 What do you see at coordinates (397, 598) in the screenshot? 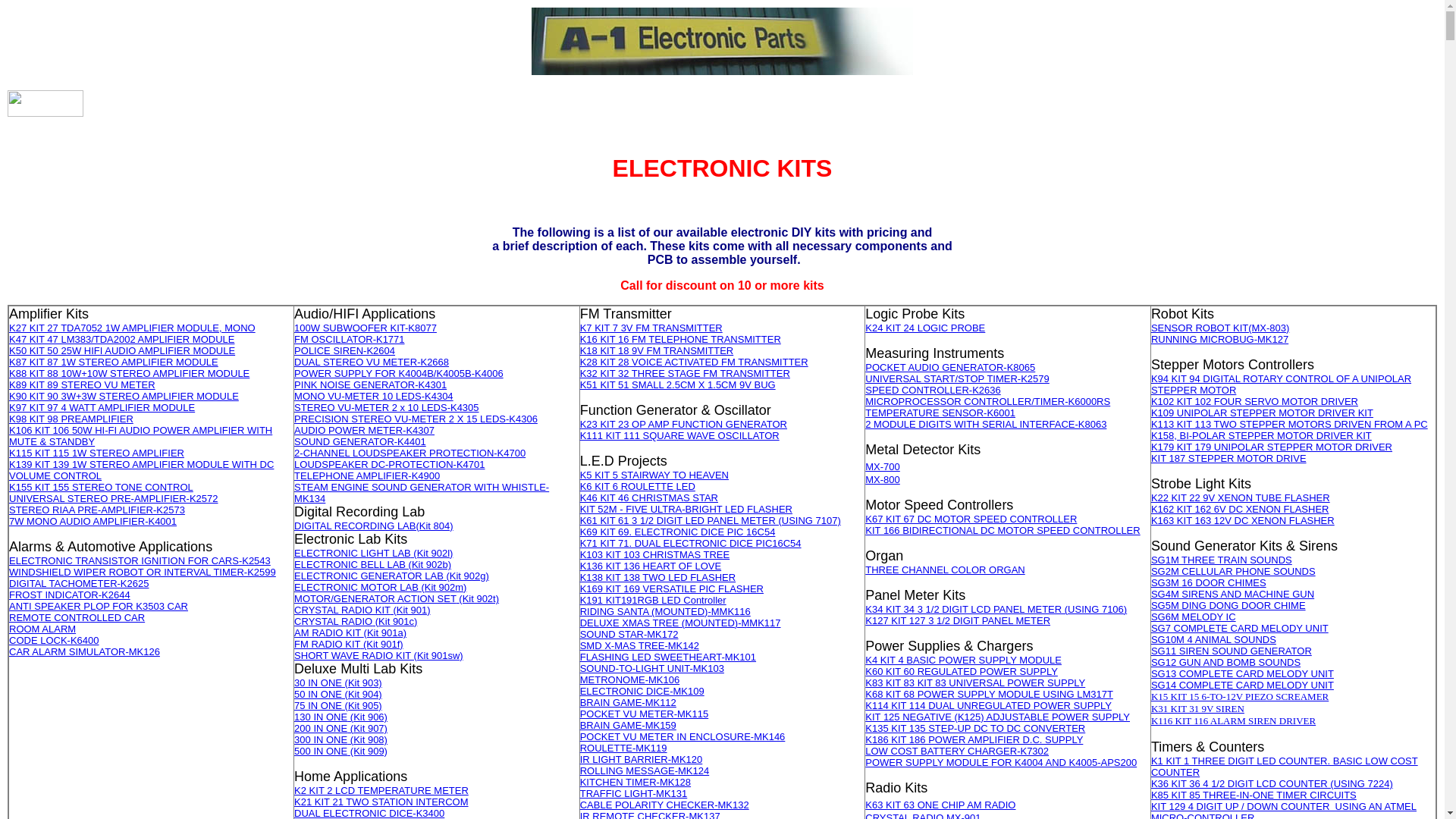
I see `'MOTOR/GENERATOR ACTION SET (Kit 902t)'` at bounding box center [397, 598].